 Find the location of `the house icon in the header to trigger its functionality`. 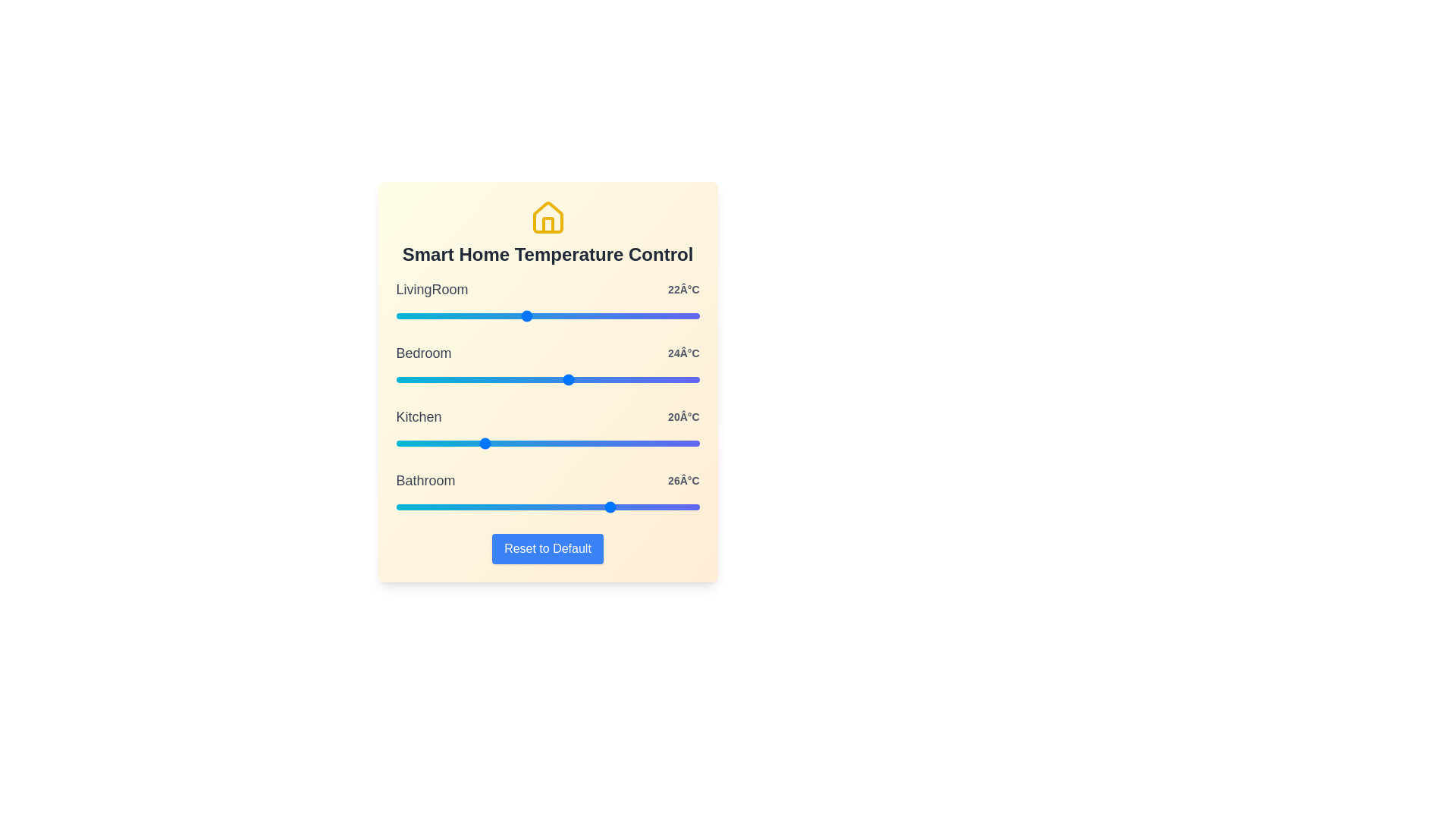

the house icon in the header to trigger its functionality is located at coordinates (547, 218).